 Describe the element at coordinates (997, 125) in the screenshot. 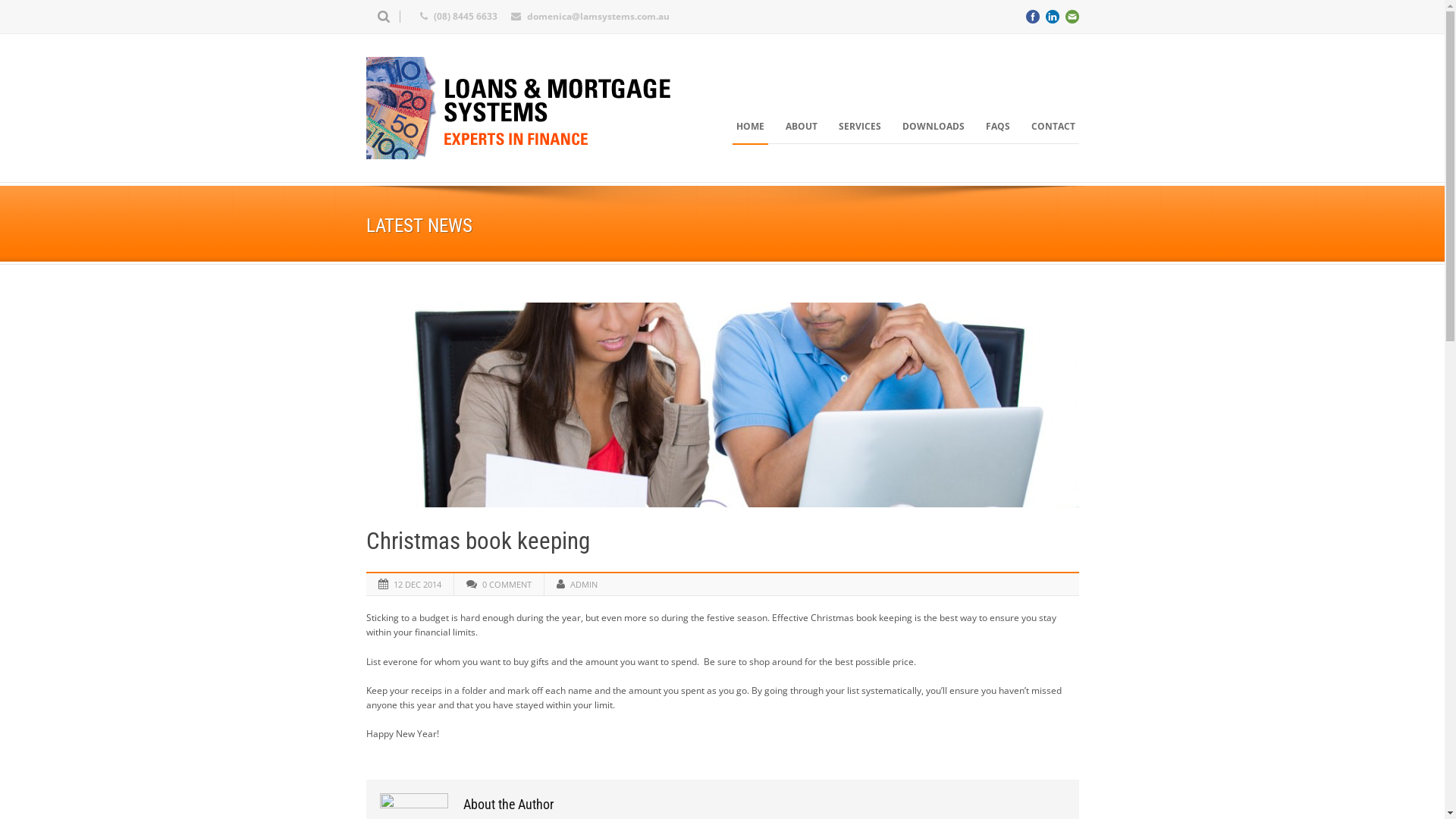

I see `'FAQS'` at that location.